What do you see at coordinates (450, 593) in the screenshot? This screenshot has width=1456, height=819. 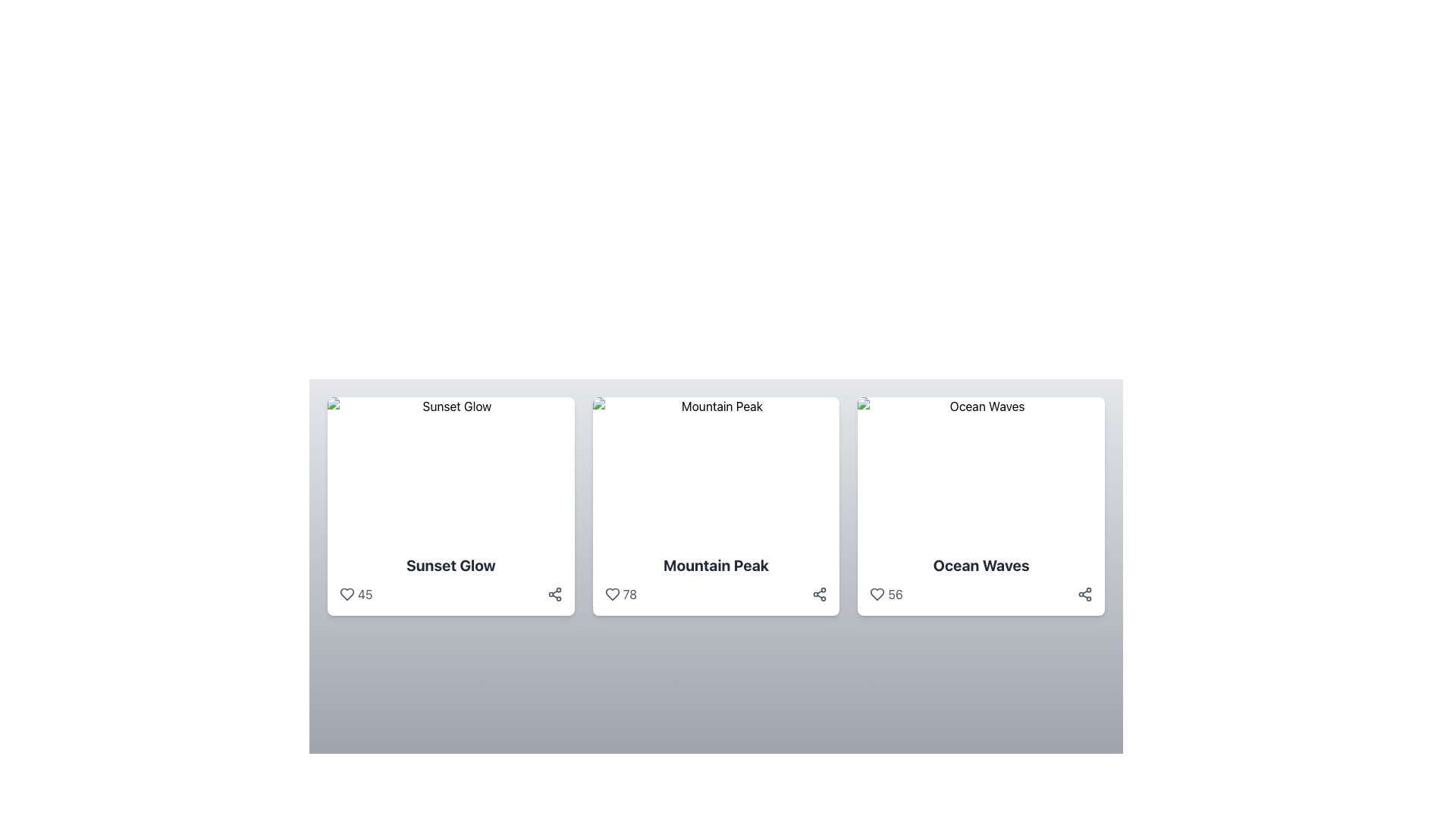 I see `the like count number in the Utility bar at the bottom of the 'Sunset Glow' card` at bounding box center [450, 593].